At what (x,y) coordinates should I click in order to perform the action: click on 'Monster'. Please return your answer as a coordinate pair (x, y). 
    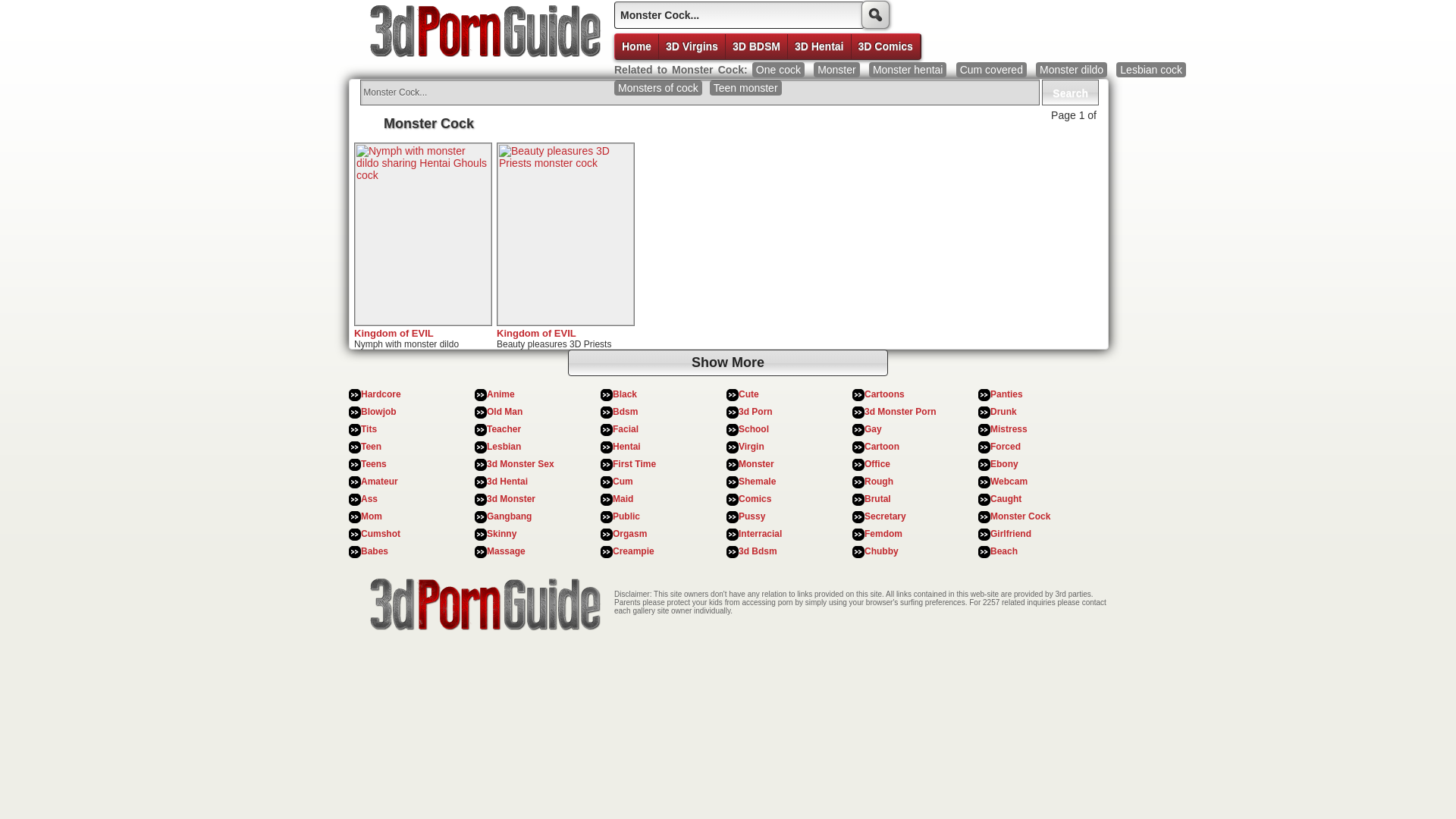
    Looking at the image, I should click on (836, 70).